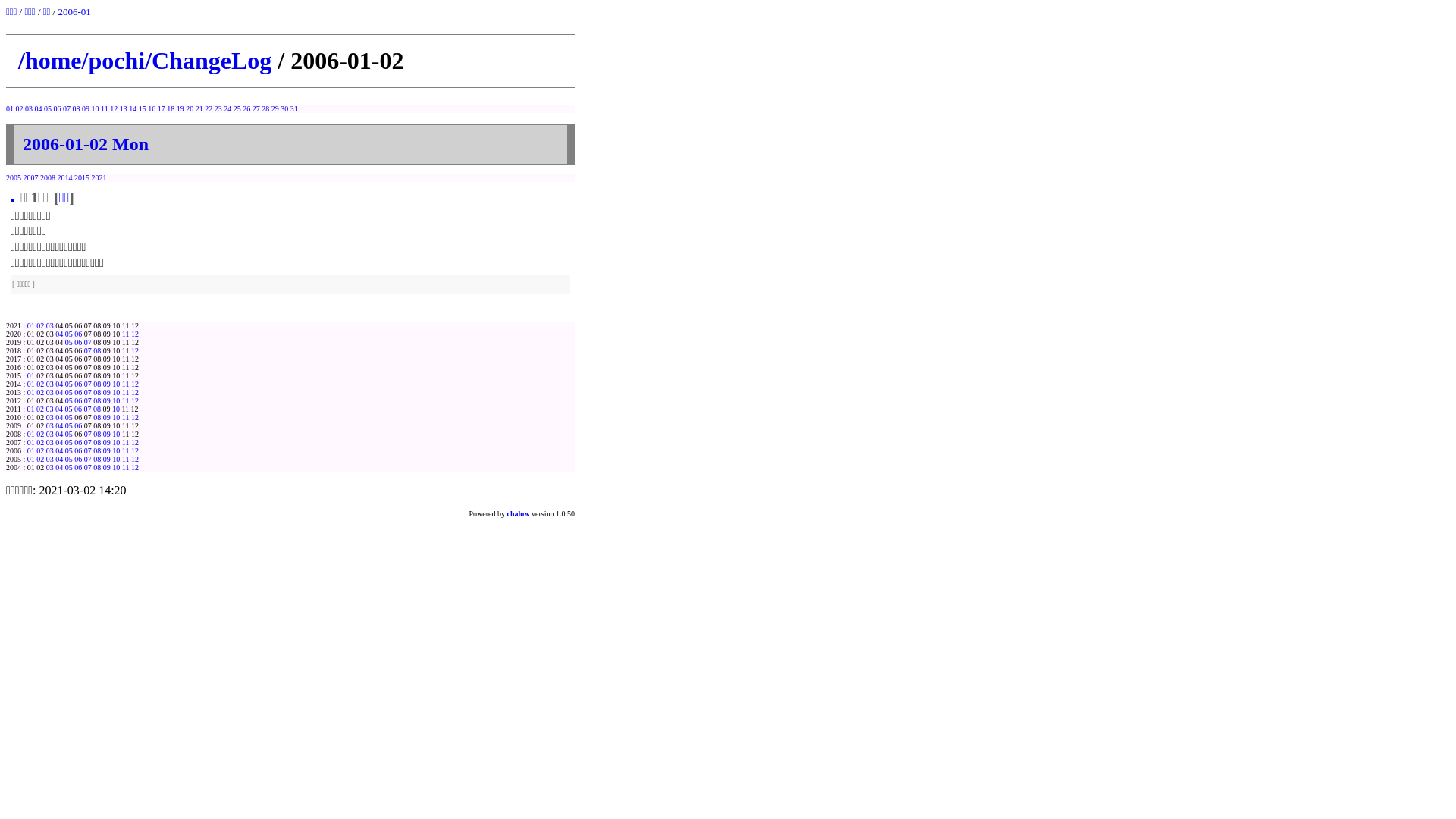  What do you see at coordinates (58, 408) in the screenshot?
I see `'04'` at bounding box center [58, 408].